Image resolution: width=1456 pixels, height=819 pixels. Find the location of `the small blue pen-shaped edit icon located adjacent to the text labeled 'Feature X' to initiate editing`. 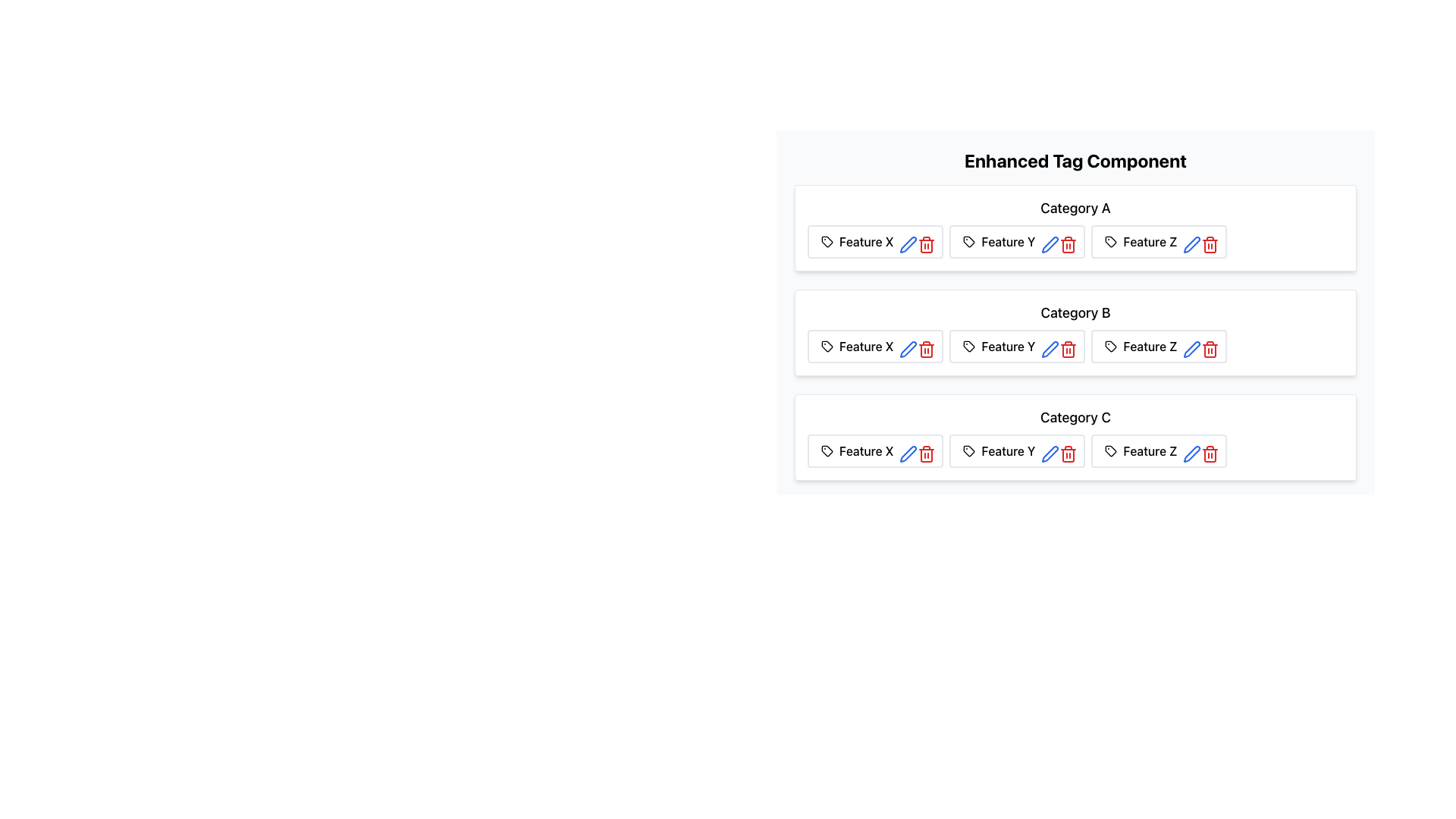

the small blue pen-shaped edit icon located adjacent to the text labeled 'Feature X' to initiate editing is located at coordinates (905, 346).